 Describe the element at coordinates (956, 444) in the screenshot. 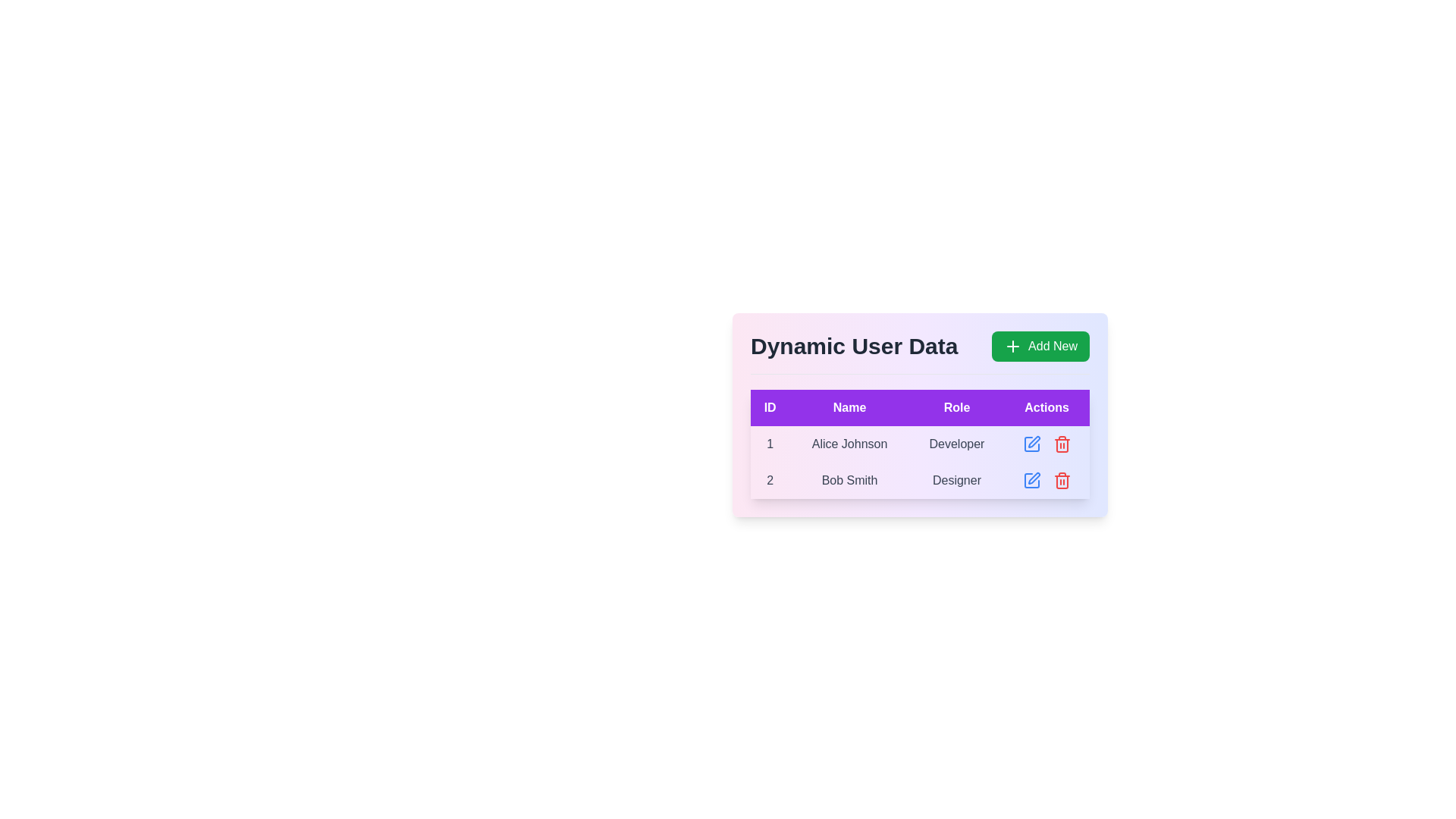

I see `text label 'Developer' located in the first row and third column of the table, which is styled in bold and dark typography` at that location.